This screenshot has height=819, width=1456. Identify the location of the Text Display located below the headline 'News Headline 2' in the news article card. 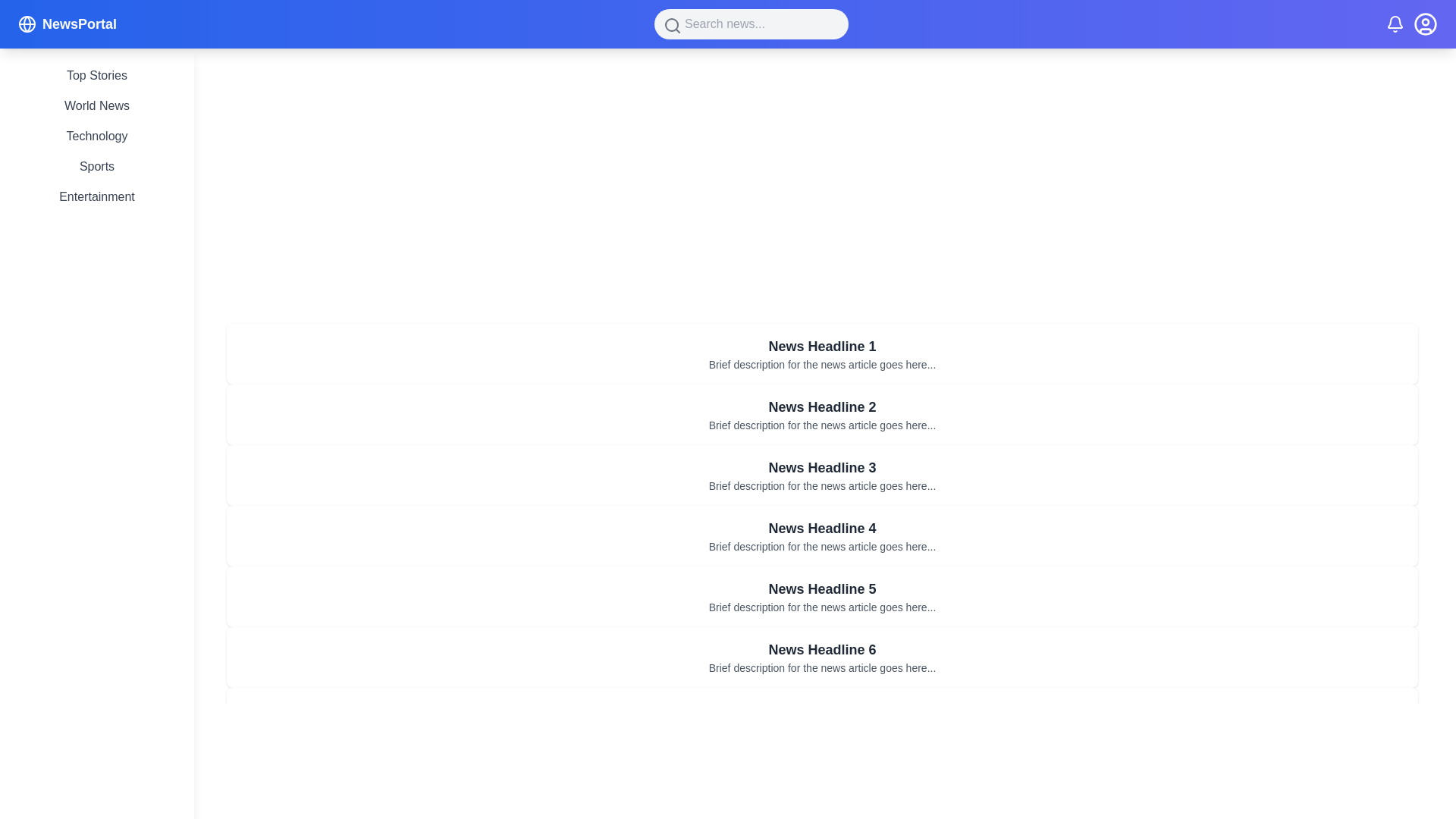
(821, 425).